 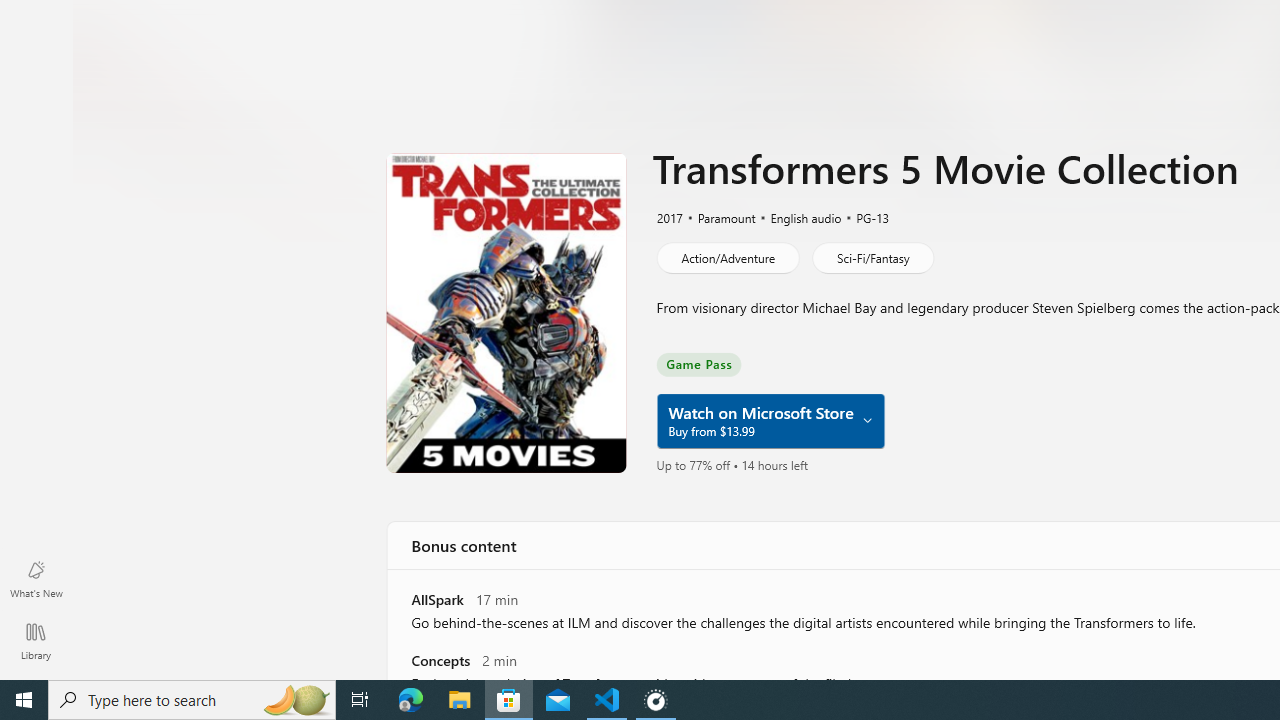 What do you see at coordinates (872, 257) in the screenshot?
I see `'Sci-Fi/Fantasy'` at bounding box center [872, 257].